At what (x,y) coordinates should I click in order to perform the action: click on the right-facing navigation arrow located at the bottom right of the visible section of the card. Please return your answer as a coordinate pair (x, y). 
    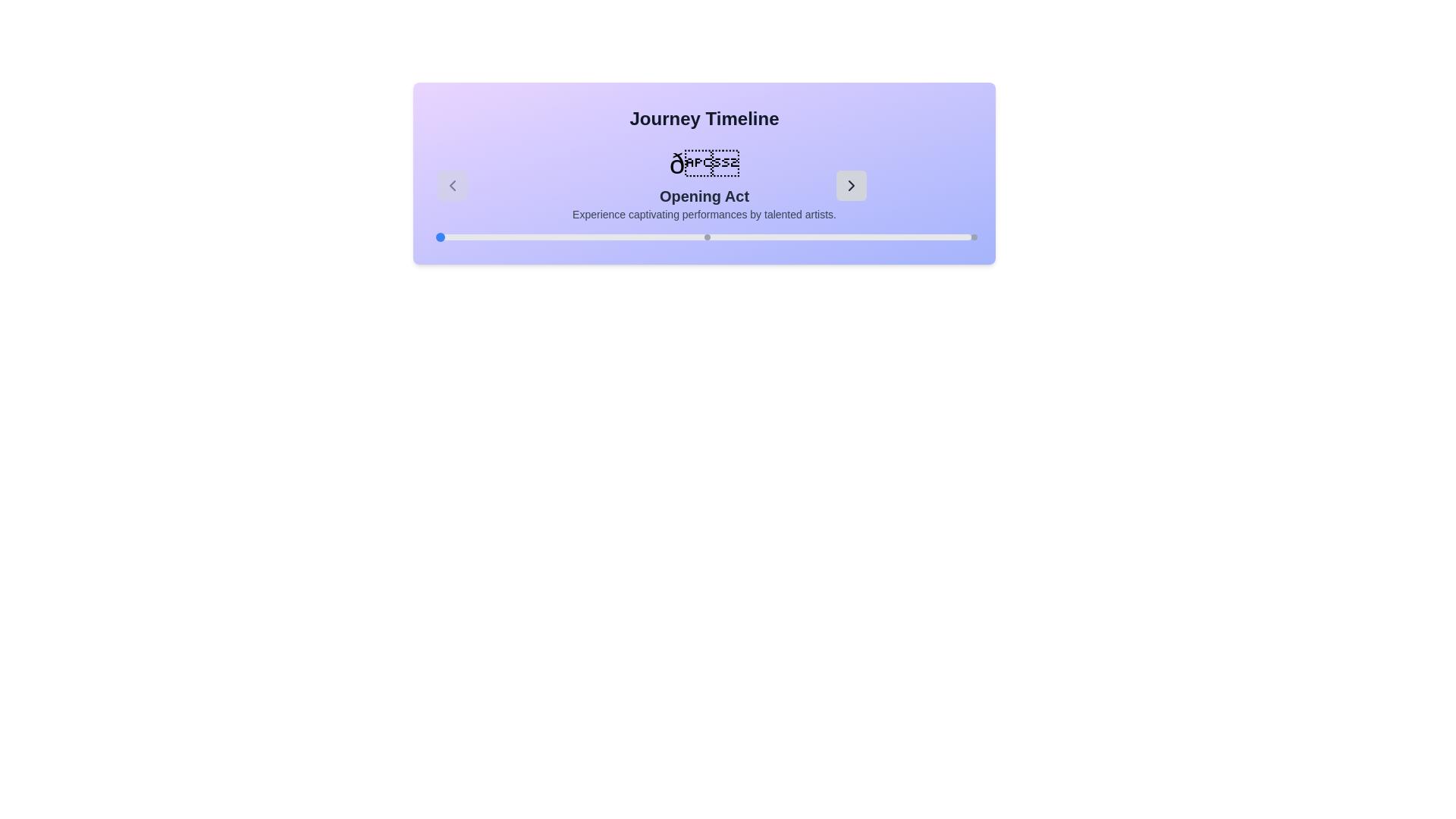
    Looking at the image, I should click on (852, 185).